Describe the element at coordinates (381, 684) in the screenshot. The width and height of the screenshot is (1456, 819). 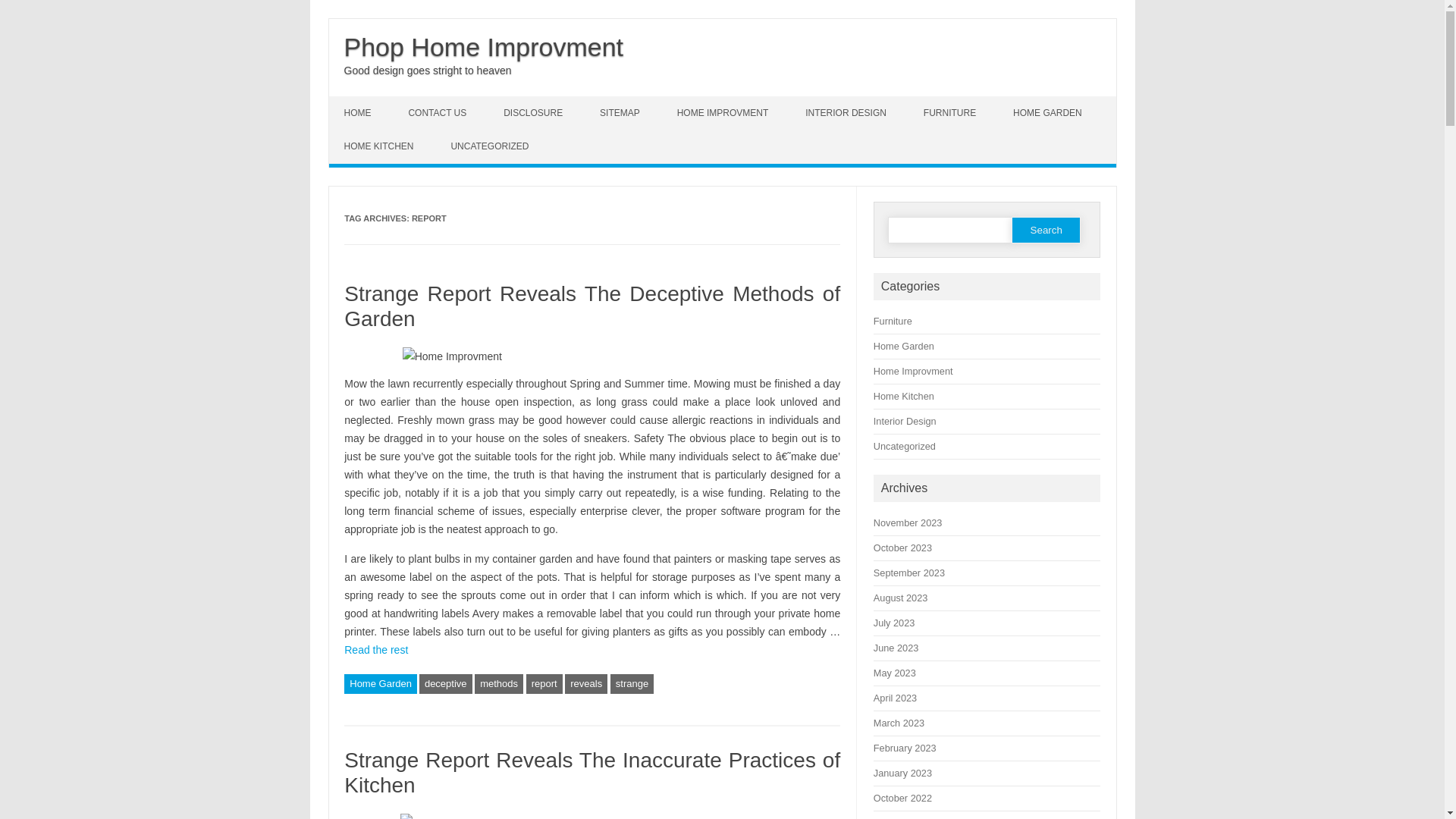
I see `'Home Garden'` at that location.